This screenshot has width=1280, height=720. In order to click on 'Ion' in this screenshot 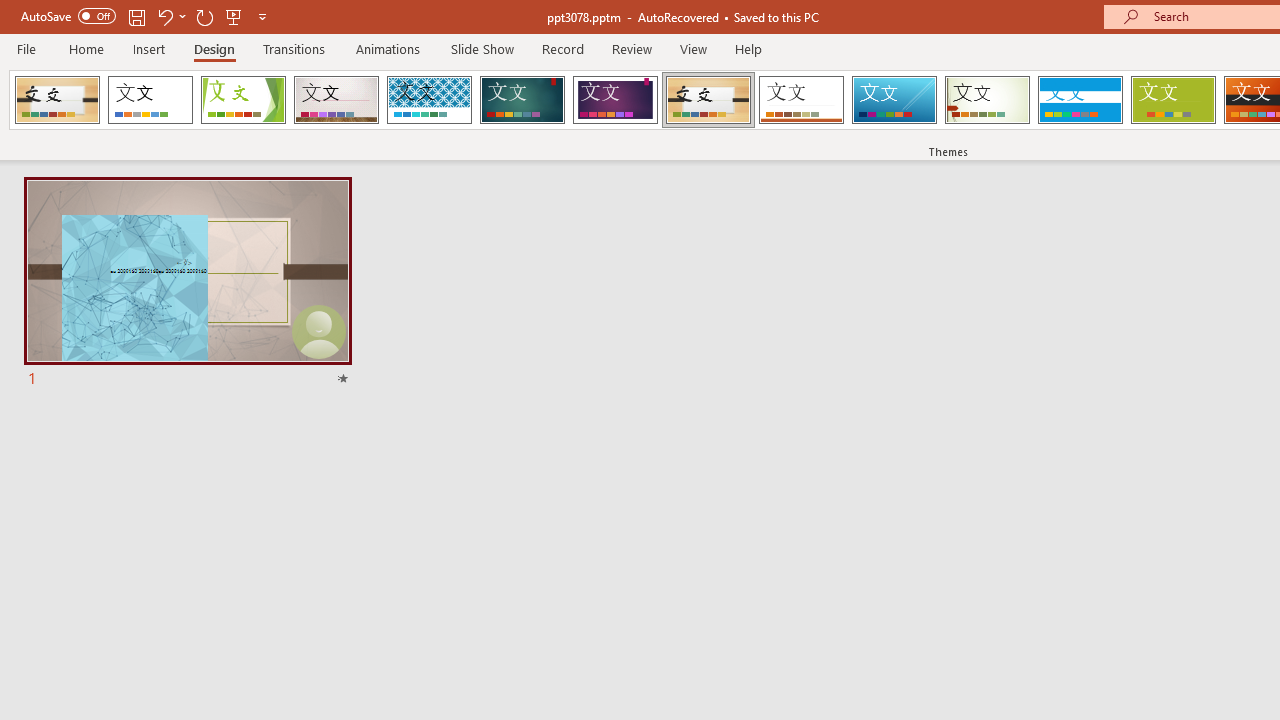, I will do `click(522, 100)`.